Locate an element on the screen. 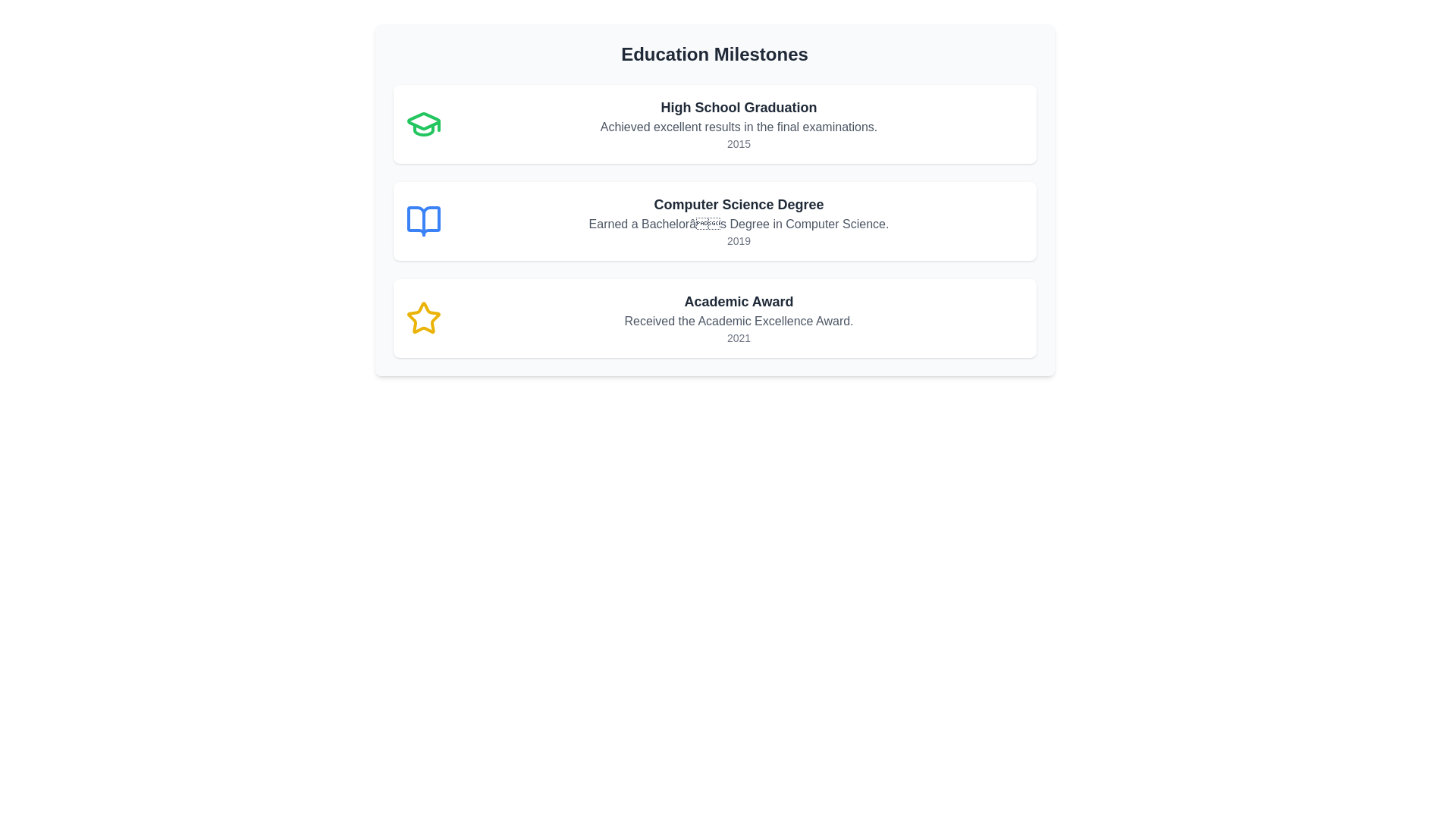 This screenshot has width=1456, height=819. the Text display card displaying 'Computer Science Degree' which contains the description 'Earned a Bachelor’s Degree in Computer Science' and the year '2019' is located at coordinates (739, 221).